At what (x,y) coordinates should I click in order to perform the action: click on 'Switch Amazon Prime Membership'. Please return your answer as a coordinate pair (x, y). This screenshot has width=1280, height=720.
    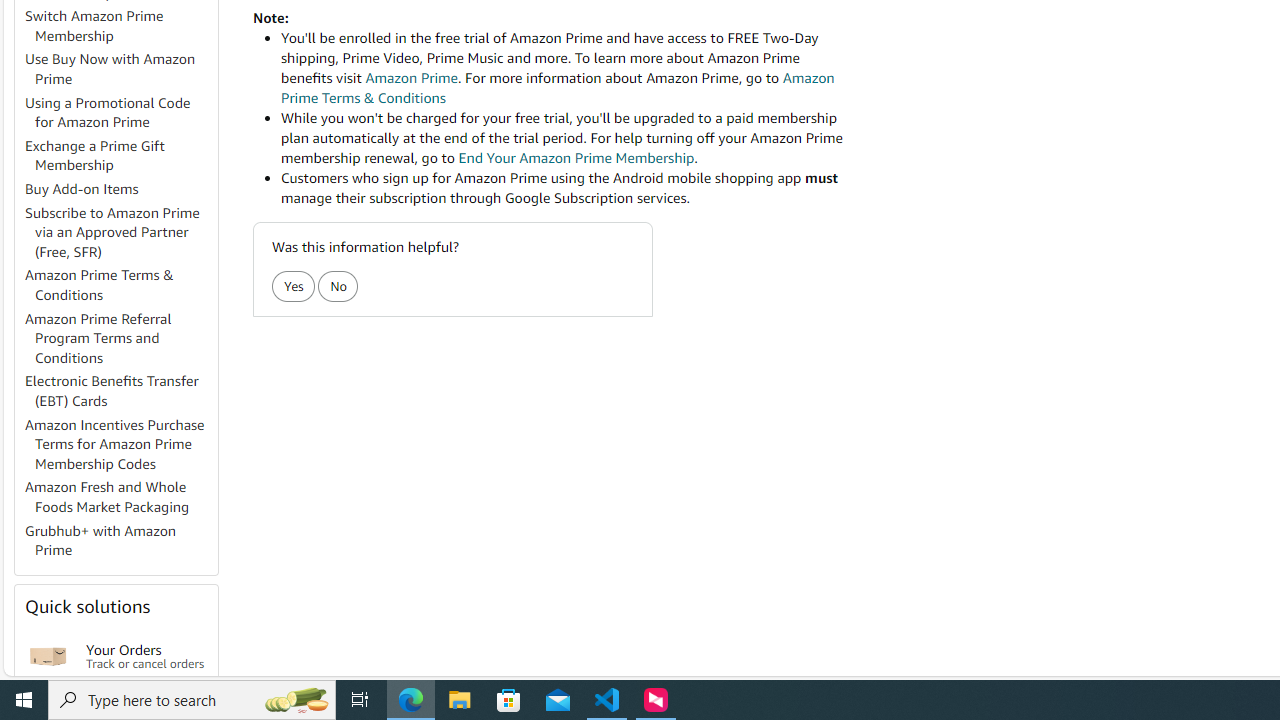
    Looking at the image, I should click on (93, 25).